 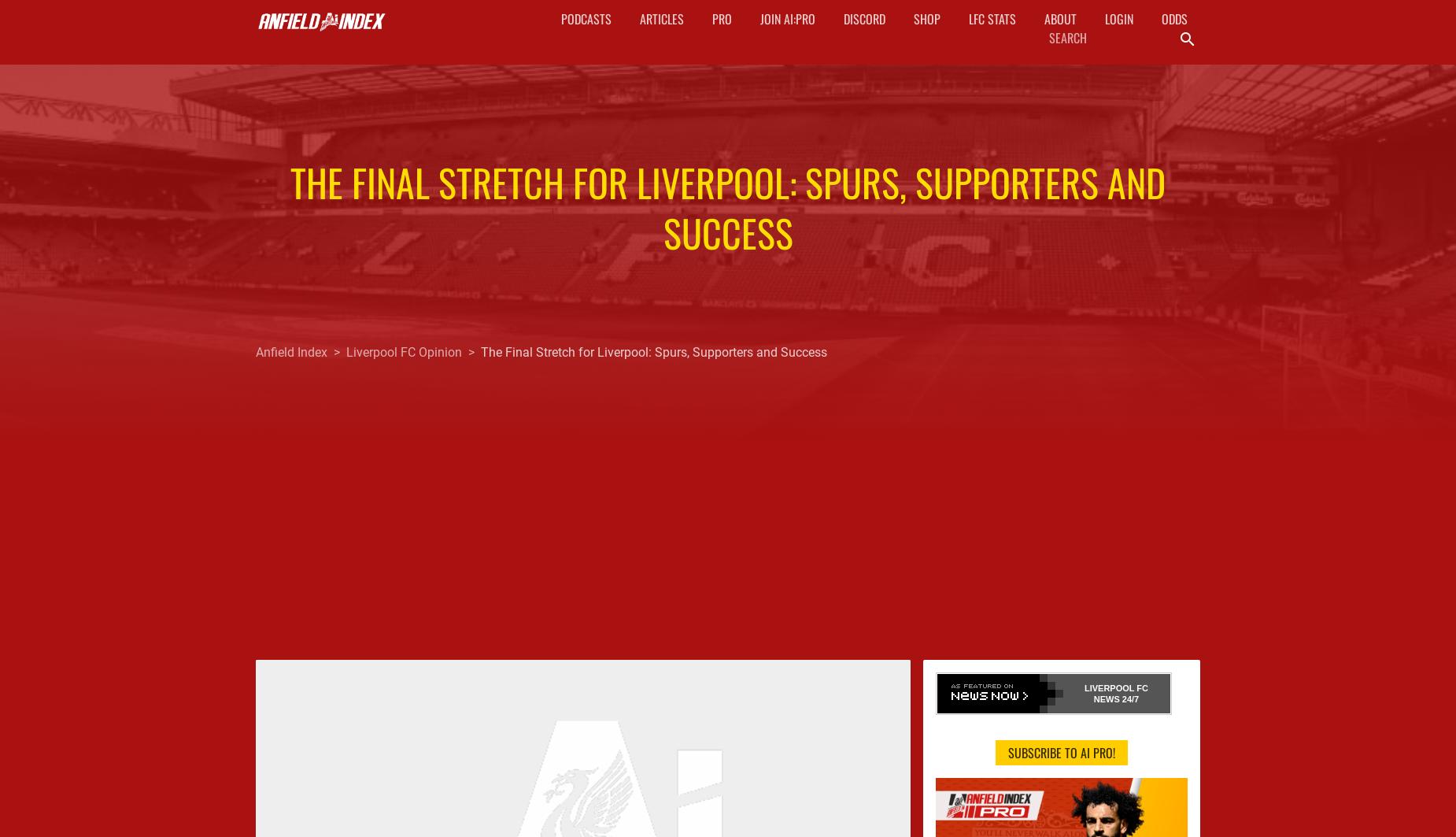 I want to click on 'Login', so click(x=1118, y=19).